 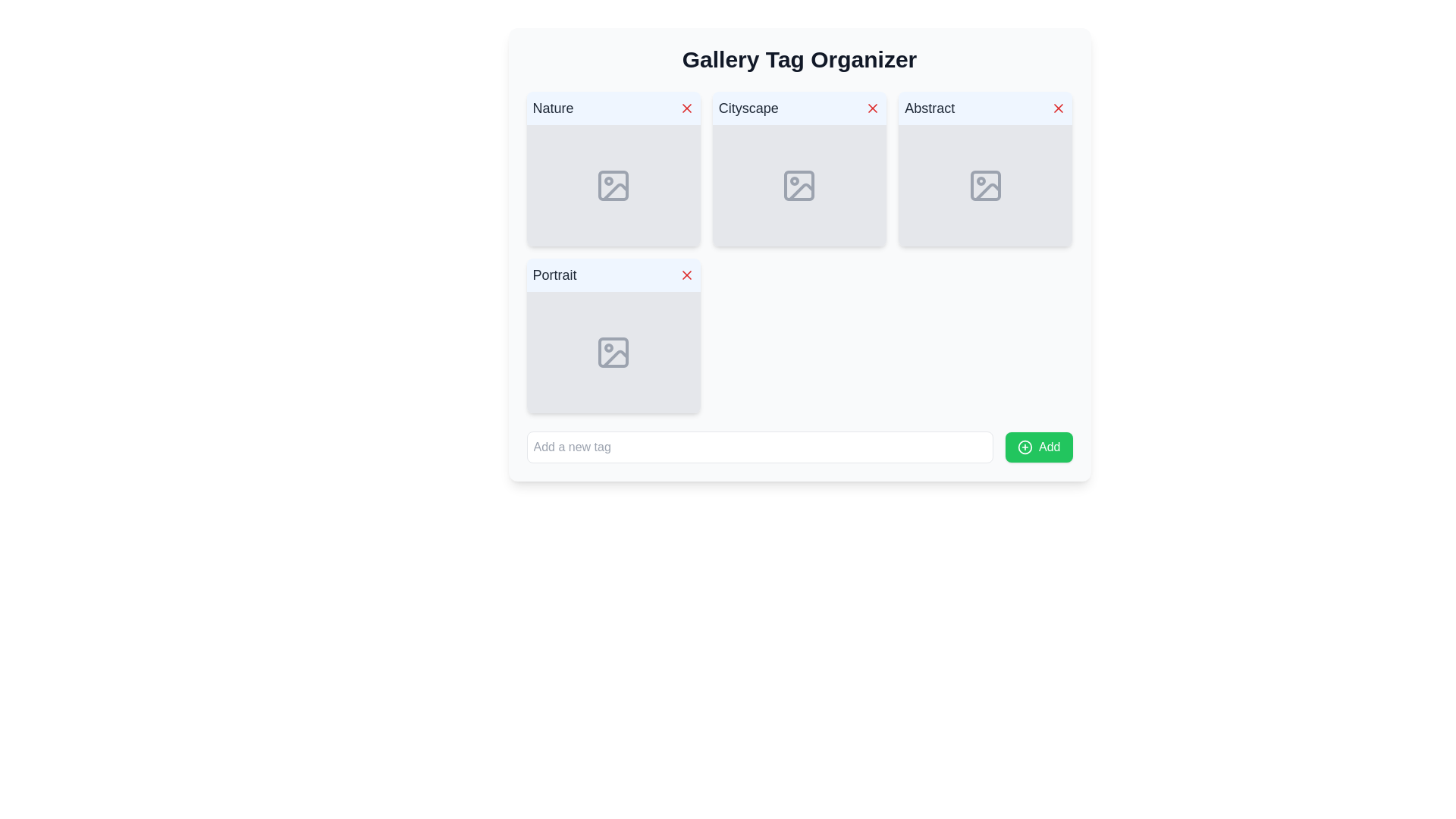 I want to click on the 24x24 pixel gray SVG icon depicting a rectangle with rounded corners, a small circle, and a diagonal line, located inside the 'Abstract' section in the top-right of the grid, so click(x=985, y=185).